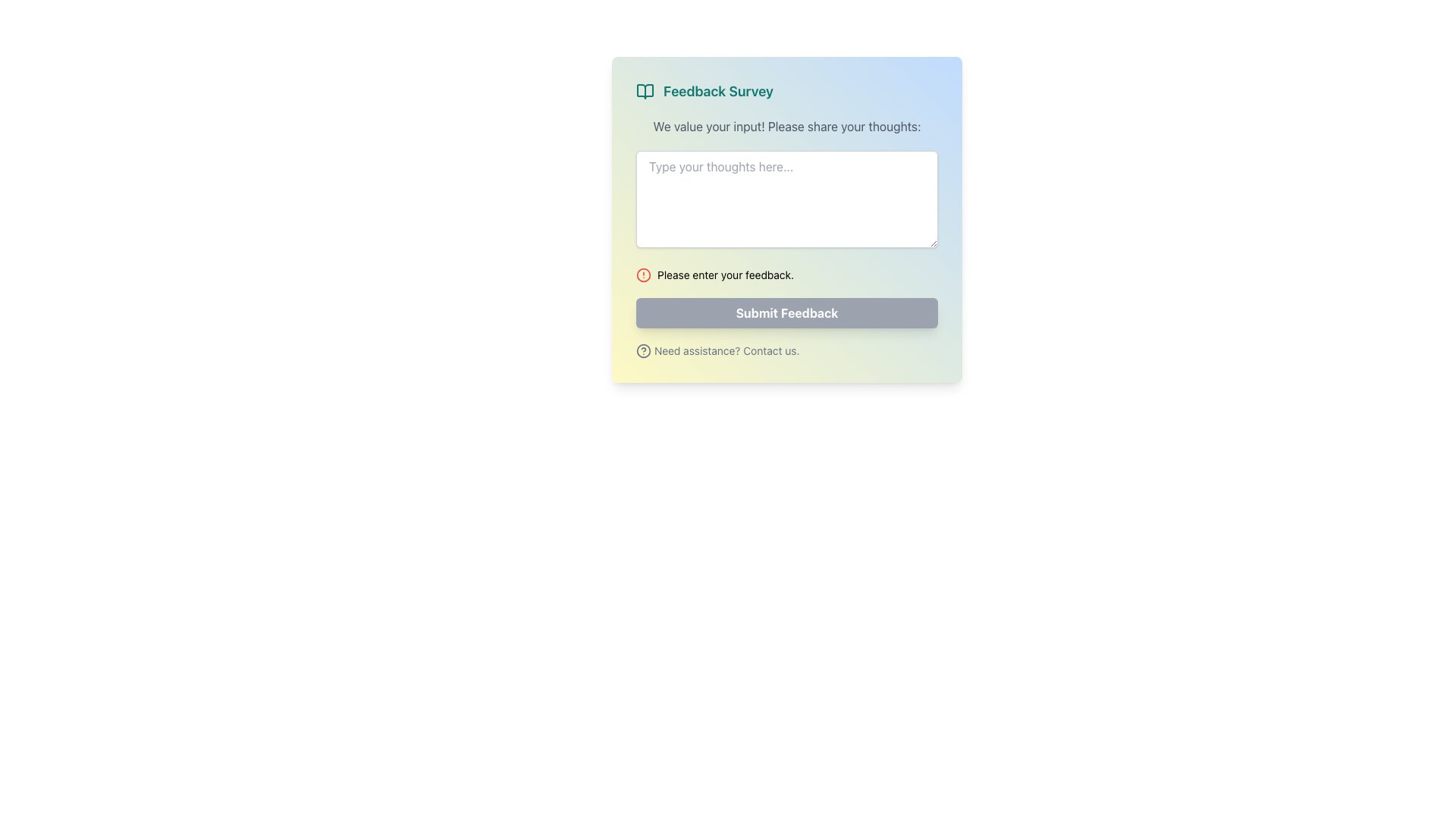 The width and height of the screenshot is (1456, 819). Describe the element at coordinates (786, 275) in the screenshot. I see `the alert message displaying 'Please enter your feedback.' with a warning symbol` at that location.